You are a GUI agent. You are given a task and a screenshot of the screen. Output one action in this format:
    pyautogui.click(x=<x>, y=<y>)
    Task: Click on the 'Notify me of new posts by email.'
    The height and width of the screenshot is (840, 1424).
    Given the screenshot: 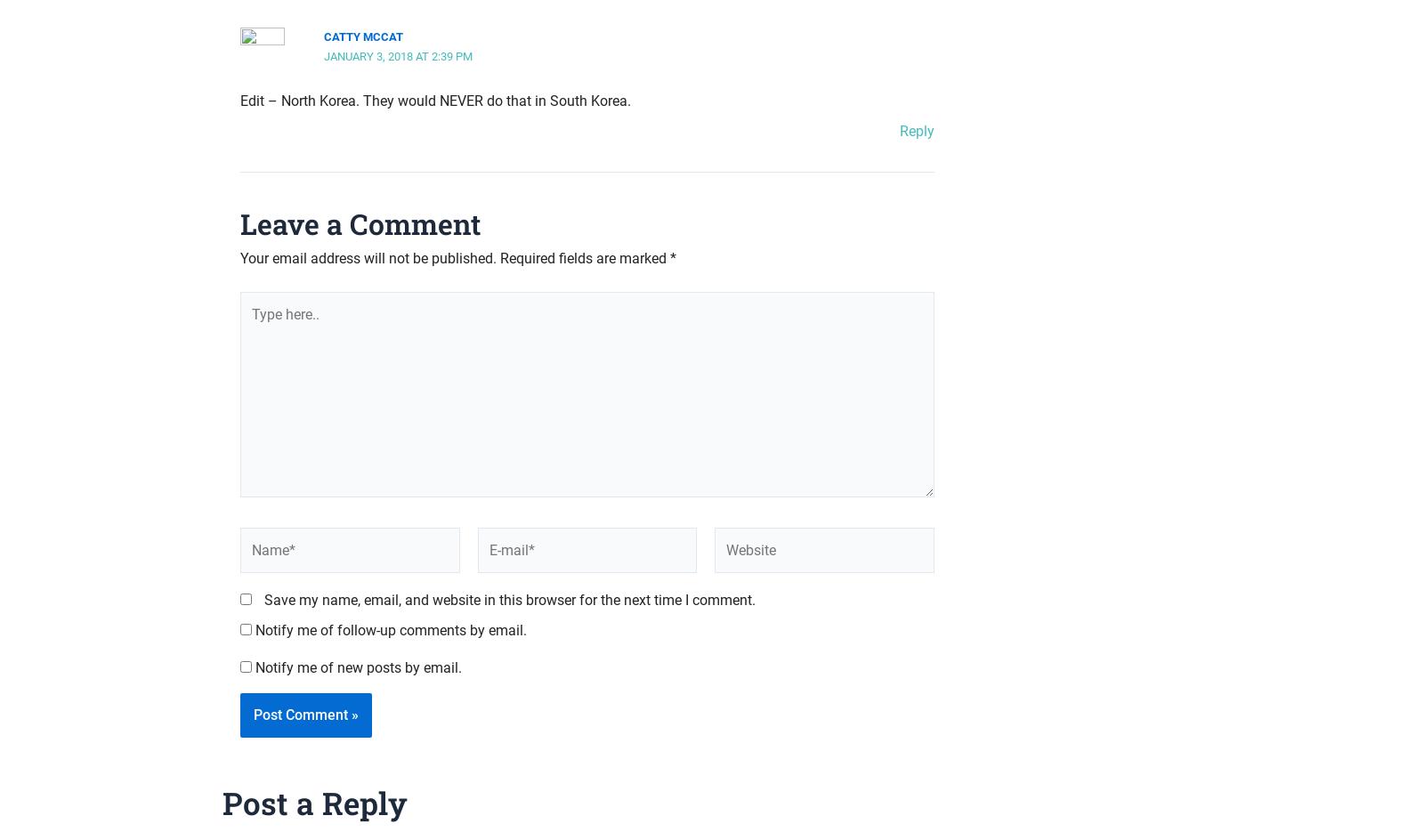 What is the action you would take?
    pyautogui.click(x=358, y=666)
    